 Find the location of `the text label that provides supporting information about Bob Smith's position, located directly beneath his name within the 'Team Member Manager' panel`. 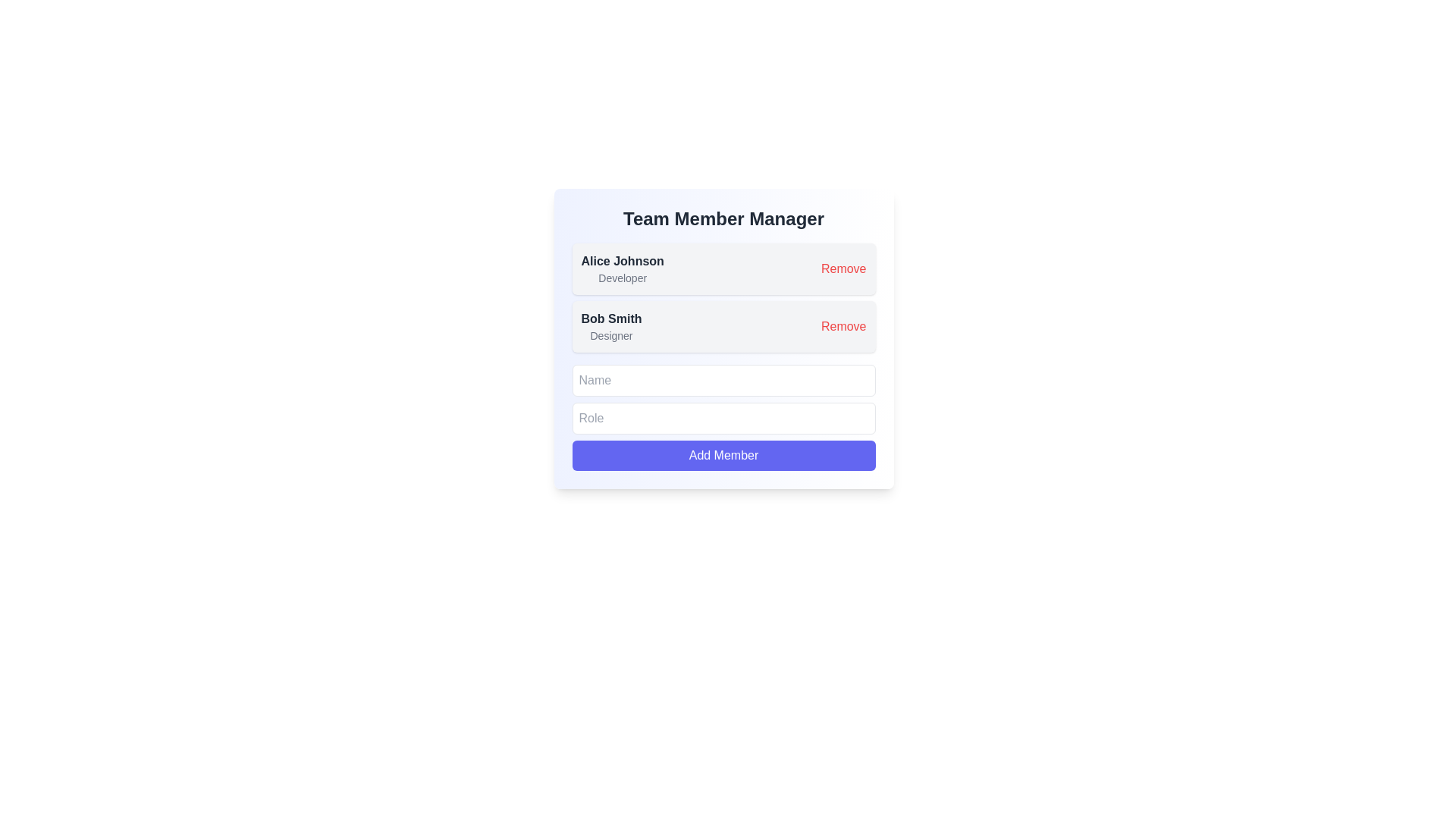

the text label that provides supporting information about Bob Smith's position, located directly beneath his name within the 'Team Member Manager' panel is located at coordinates (611, 335).